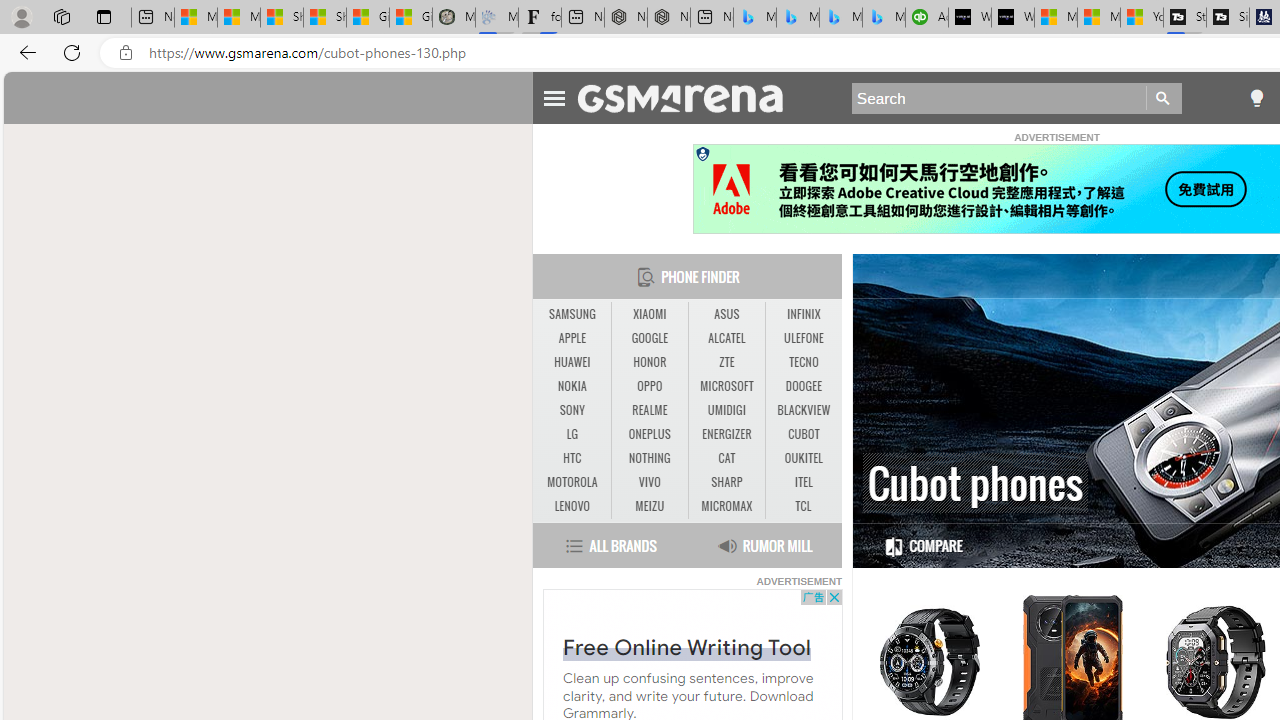  What do you see at coordinates (726, 433) in the screenshot?
I see `'ENERGIZER'` at bounding box center [726, 433].